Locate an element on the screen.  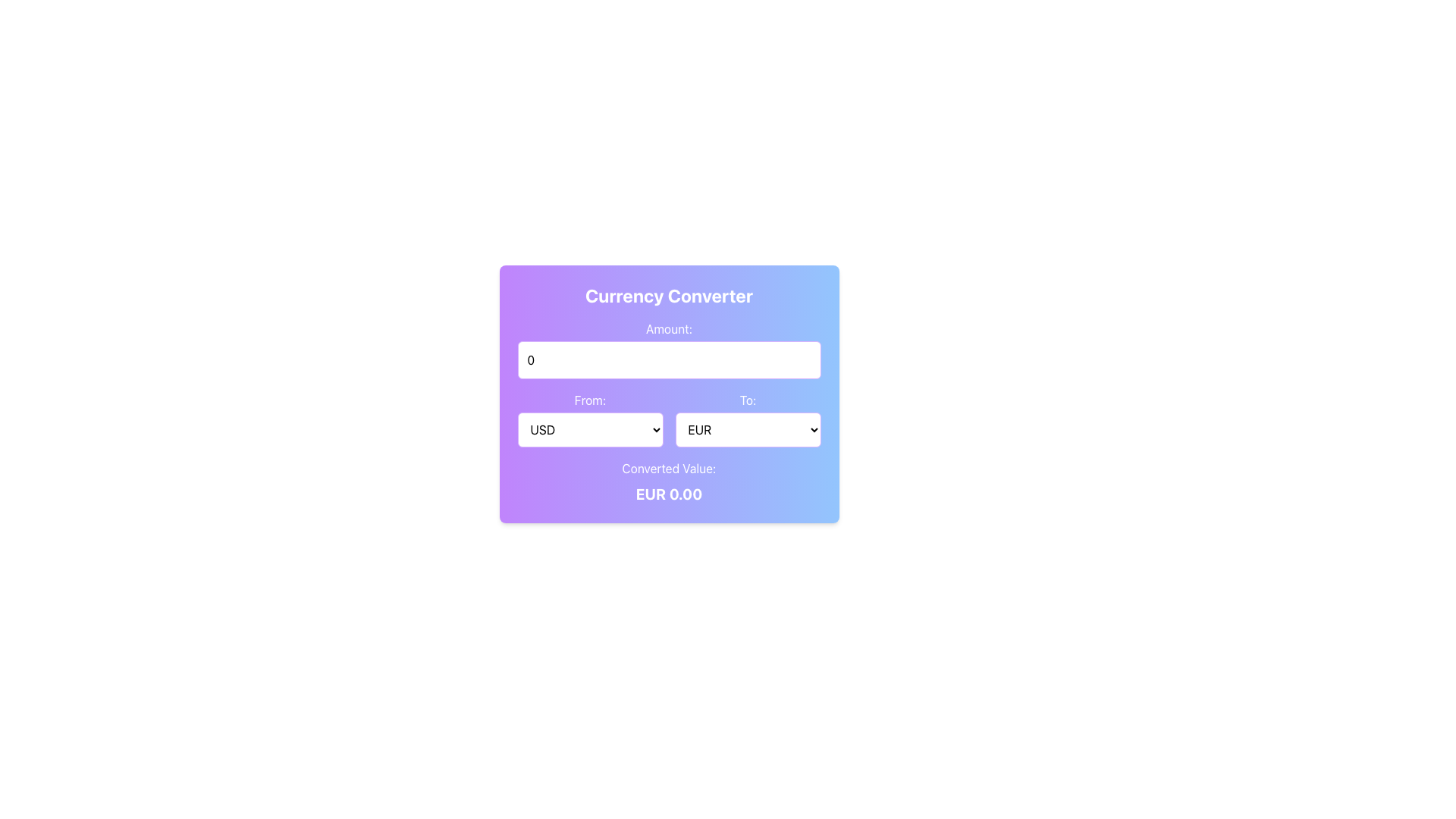
the 'Converted Value:' label that displays 'EUR 0.00', which is a two-line text component located at the bottom of the 'Currency Converter' card is located at coordinates (668, 482).